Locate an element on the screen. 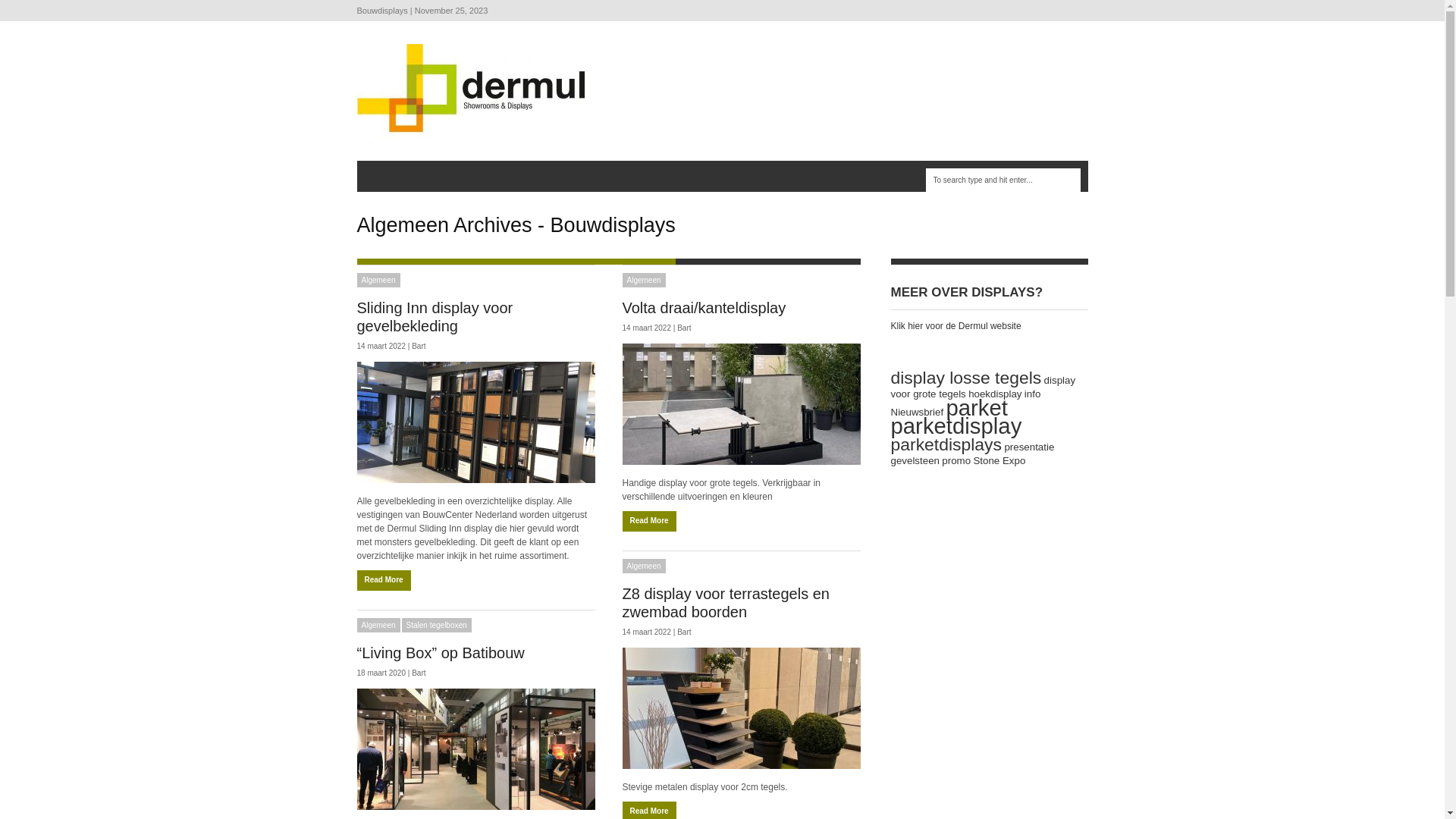 This screenshot has height=819, width=1456. 'hoekdisplay' is located at coordinates (994, 393).